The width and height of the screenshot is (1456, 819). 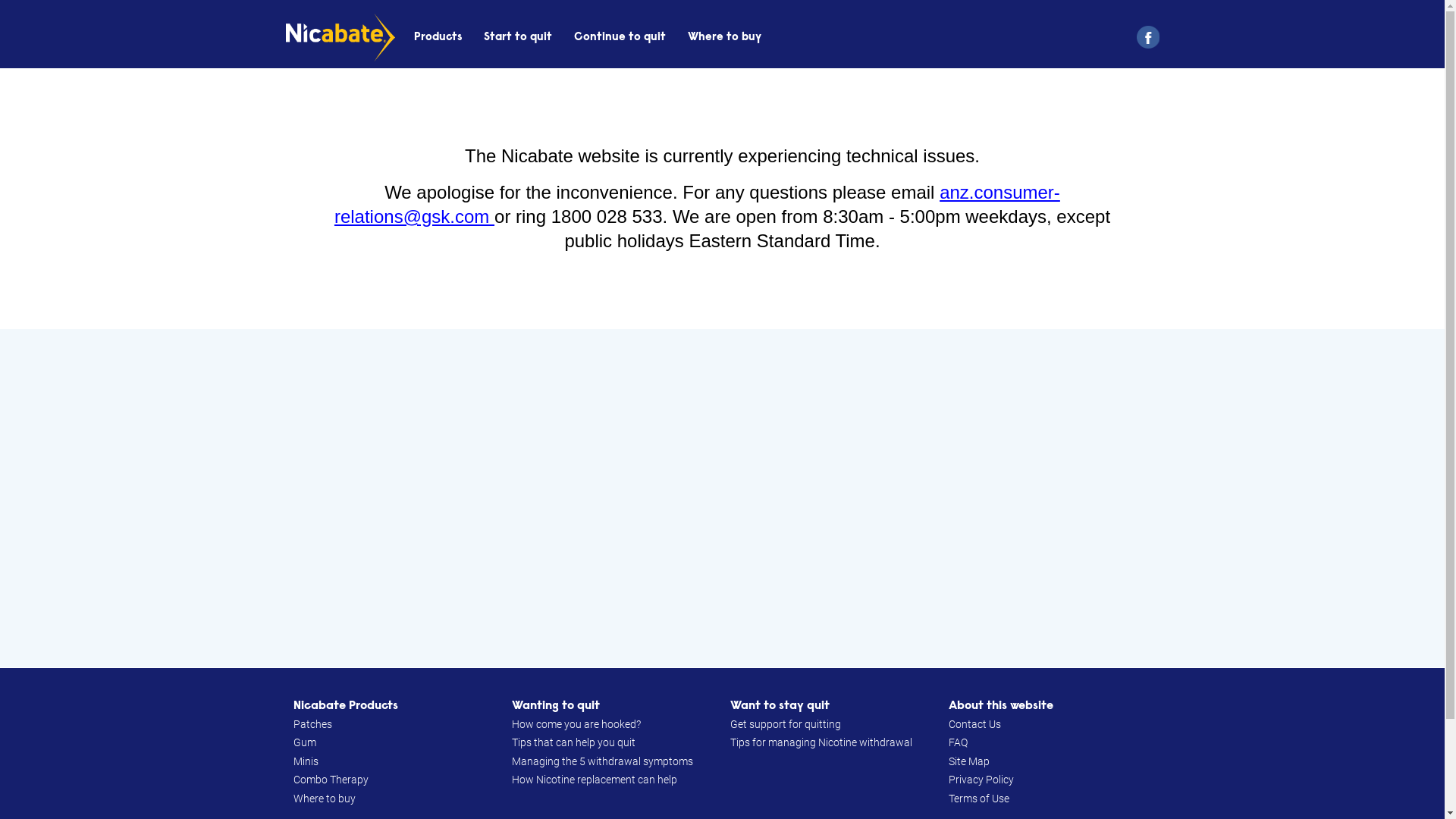 What do you see at coordinates (956, 742) in the screenshot?
I see `'FAQ'` at bounding box center [956, 742].